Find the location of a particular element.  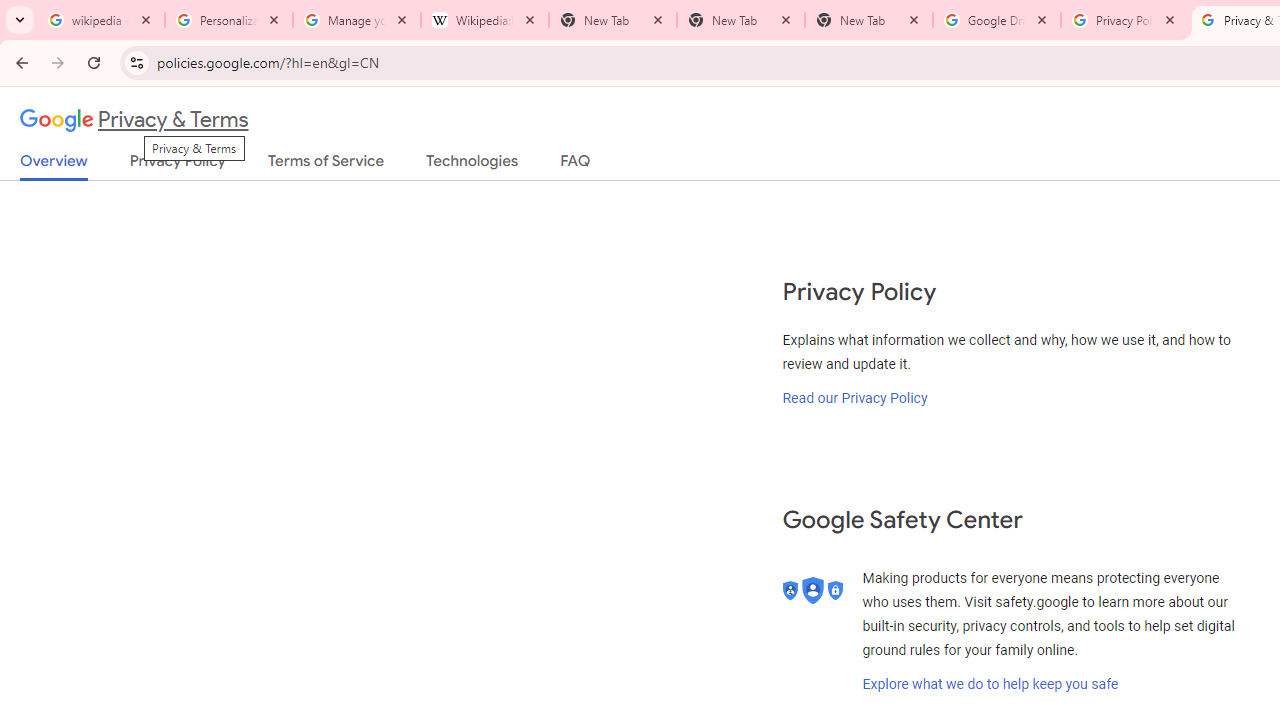

'Personalization & Google Search results - Google Search Help' is located at coordinates (229, 20).